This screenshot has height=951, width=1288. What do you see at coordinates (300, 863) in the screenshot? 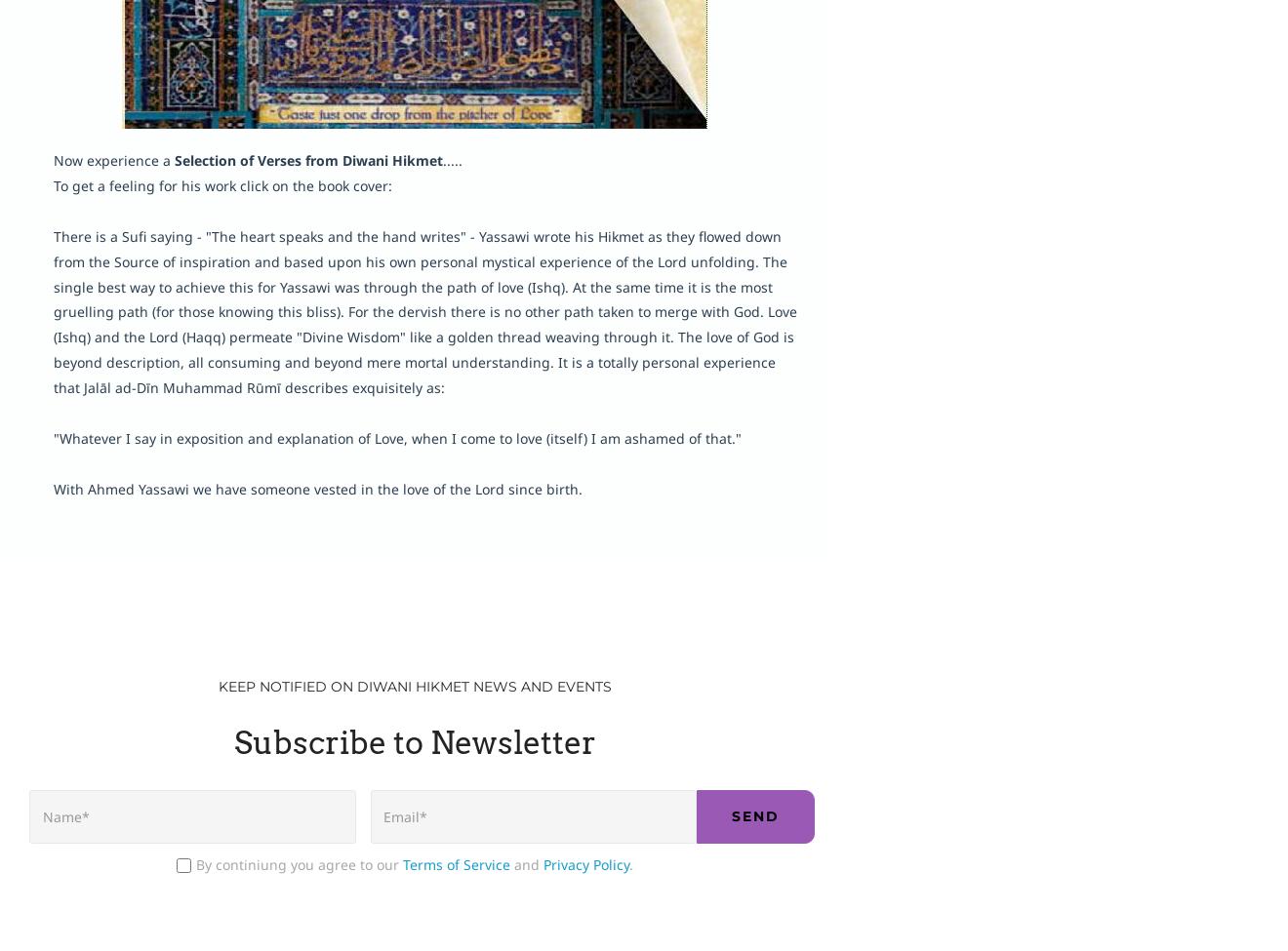
I see `'By continiung you agree to our'` at bounding box center [300, 863].